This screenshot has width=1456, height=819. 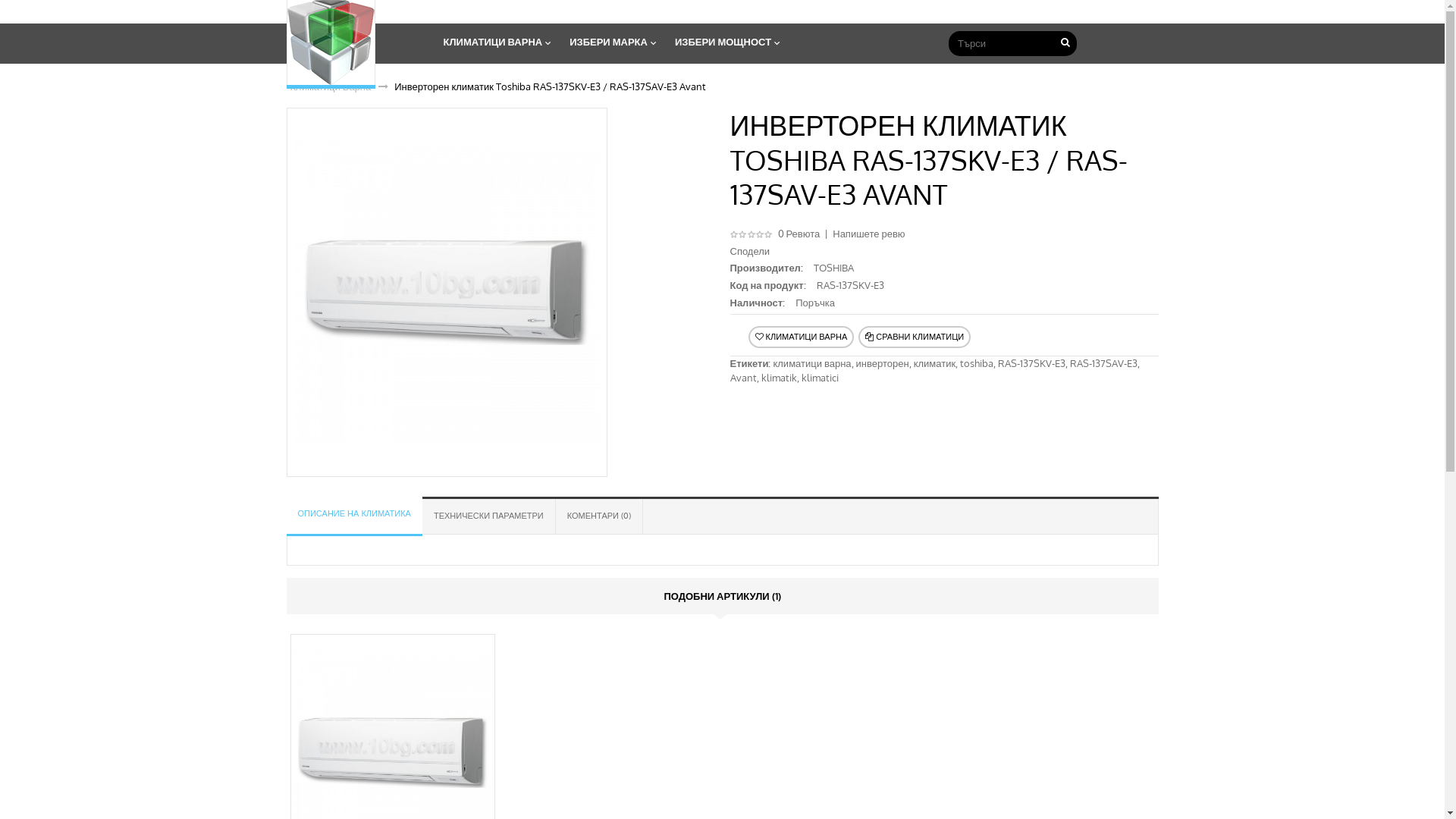 I want to click on 'RAS-137SKV-E3', so click(x=1031, y=362).